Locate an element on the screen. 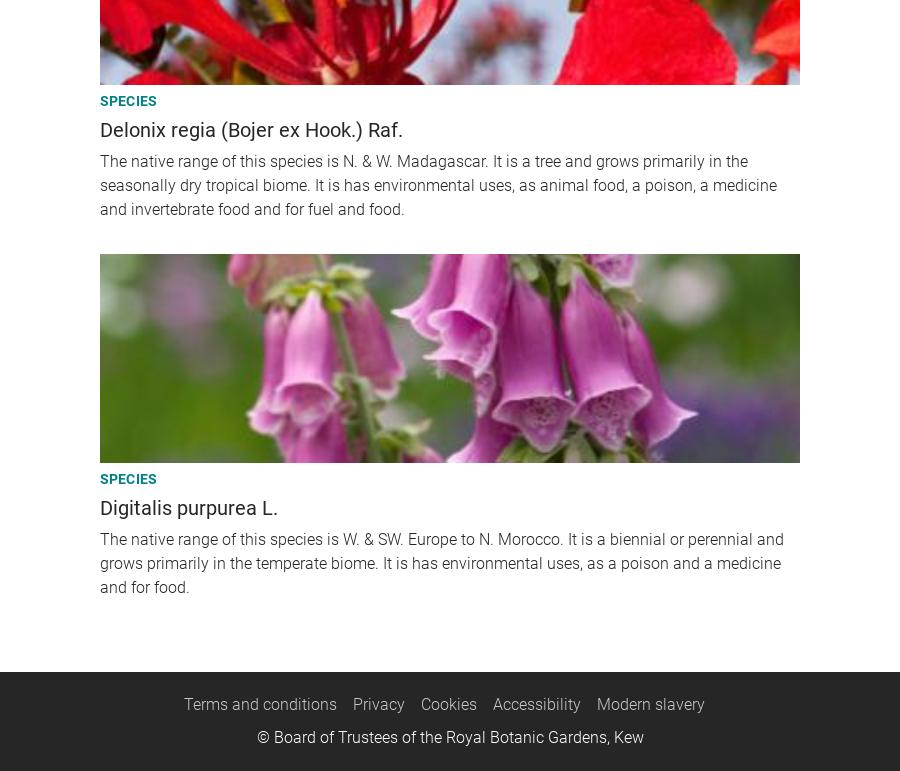 The width and height of the screenshot is (900, 771). '© Board of Trustees of the Royal Botanic Gardens, Kew' is located at coordinates (449, 736).